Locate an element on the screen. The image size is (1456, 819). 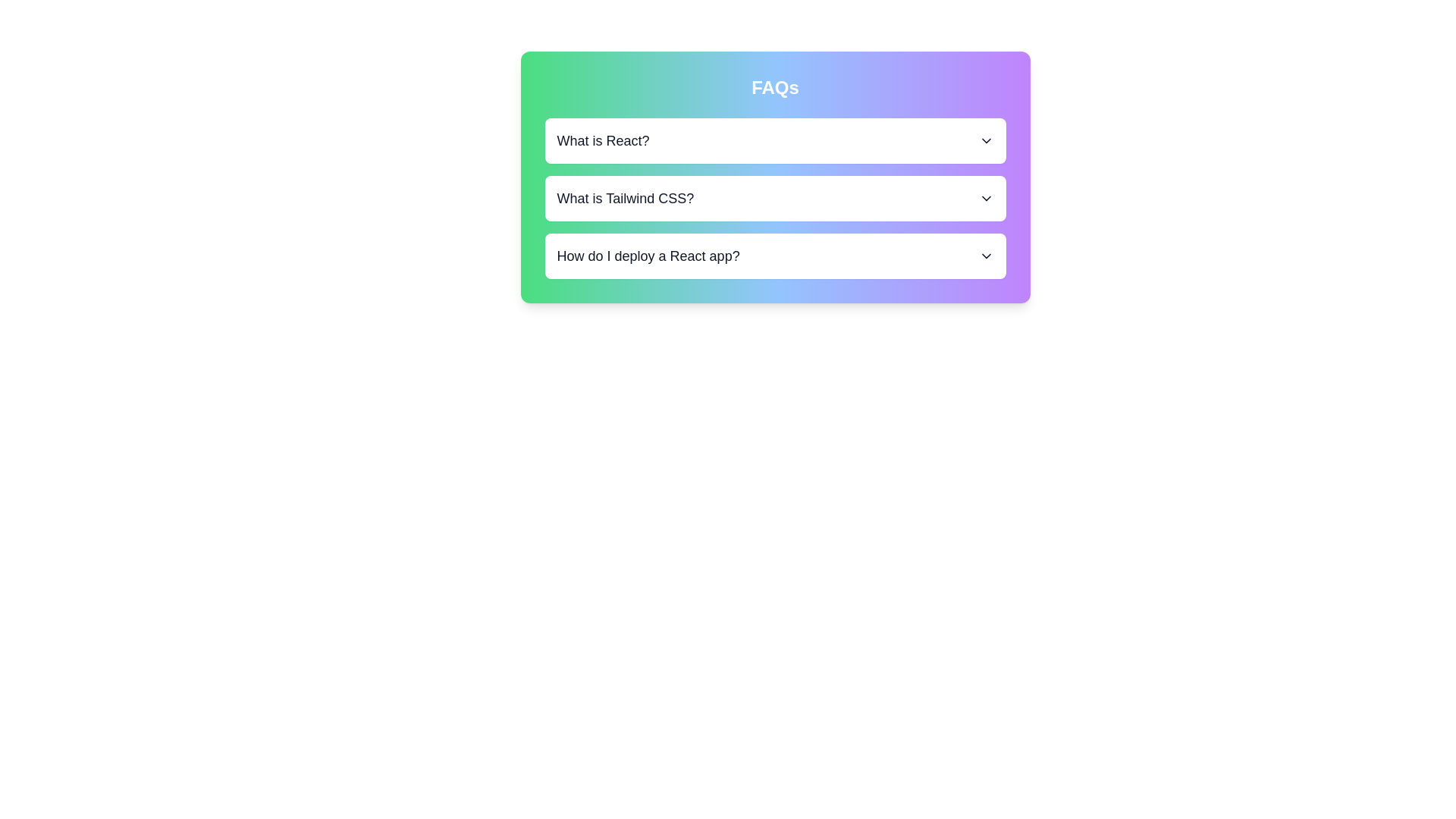
the SVG chevron icon located at the end of the last row of the FAQ card next to the text 'How do I deploy a React app?' is located at coordinates (986, 256).